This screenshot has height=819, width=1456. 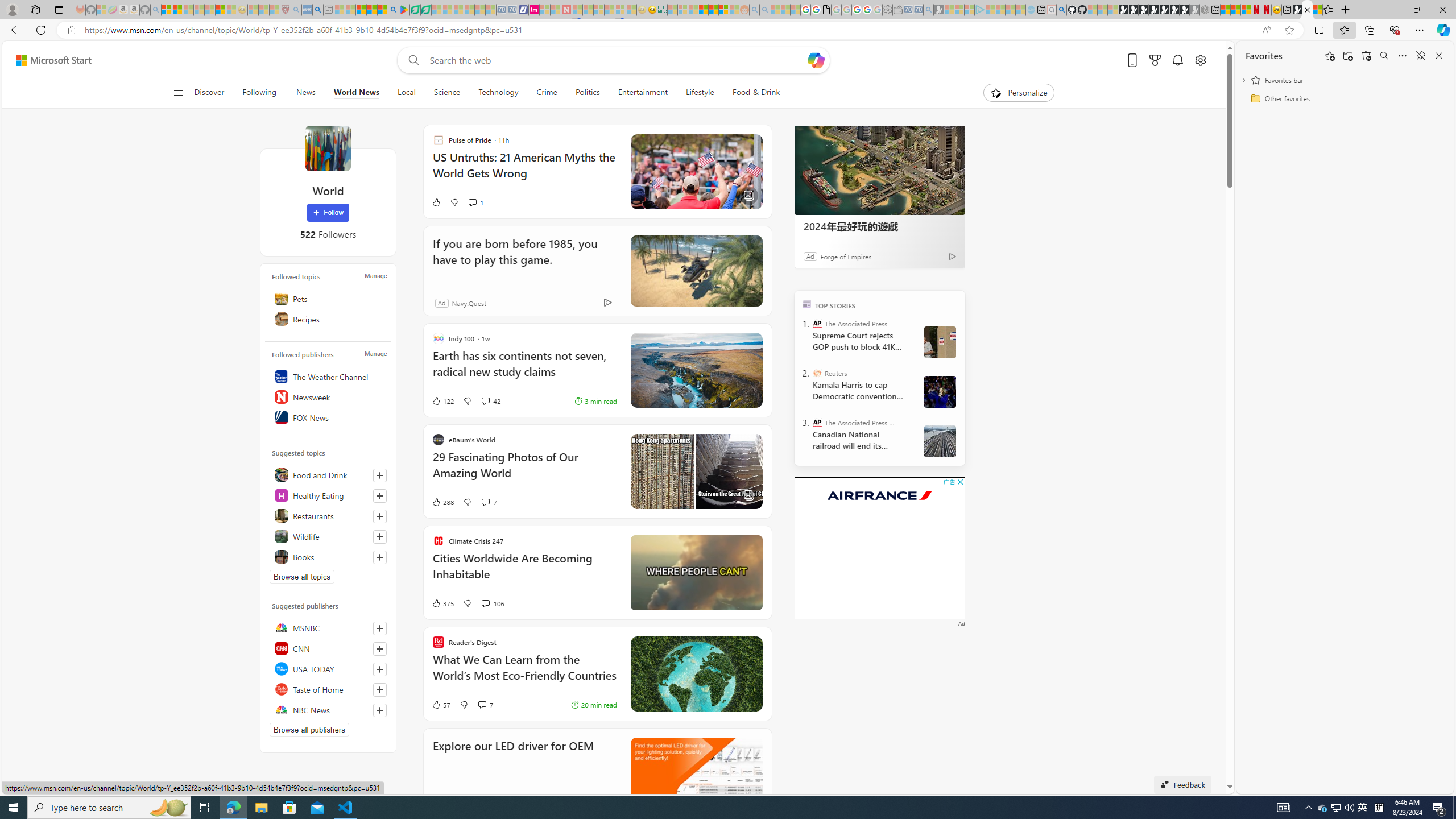 What do you see at coordinates (755, 92) in the screenshot?
I see `'Food & Drink'` at bounding box center [755, 92].